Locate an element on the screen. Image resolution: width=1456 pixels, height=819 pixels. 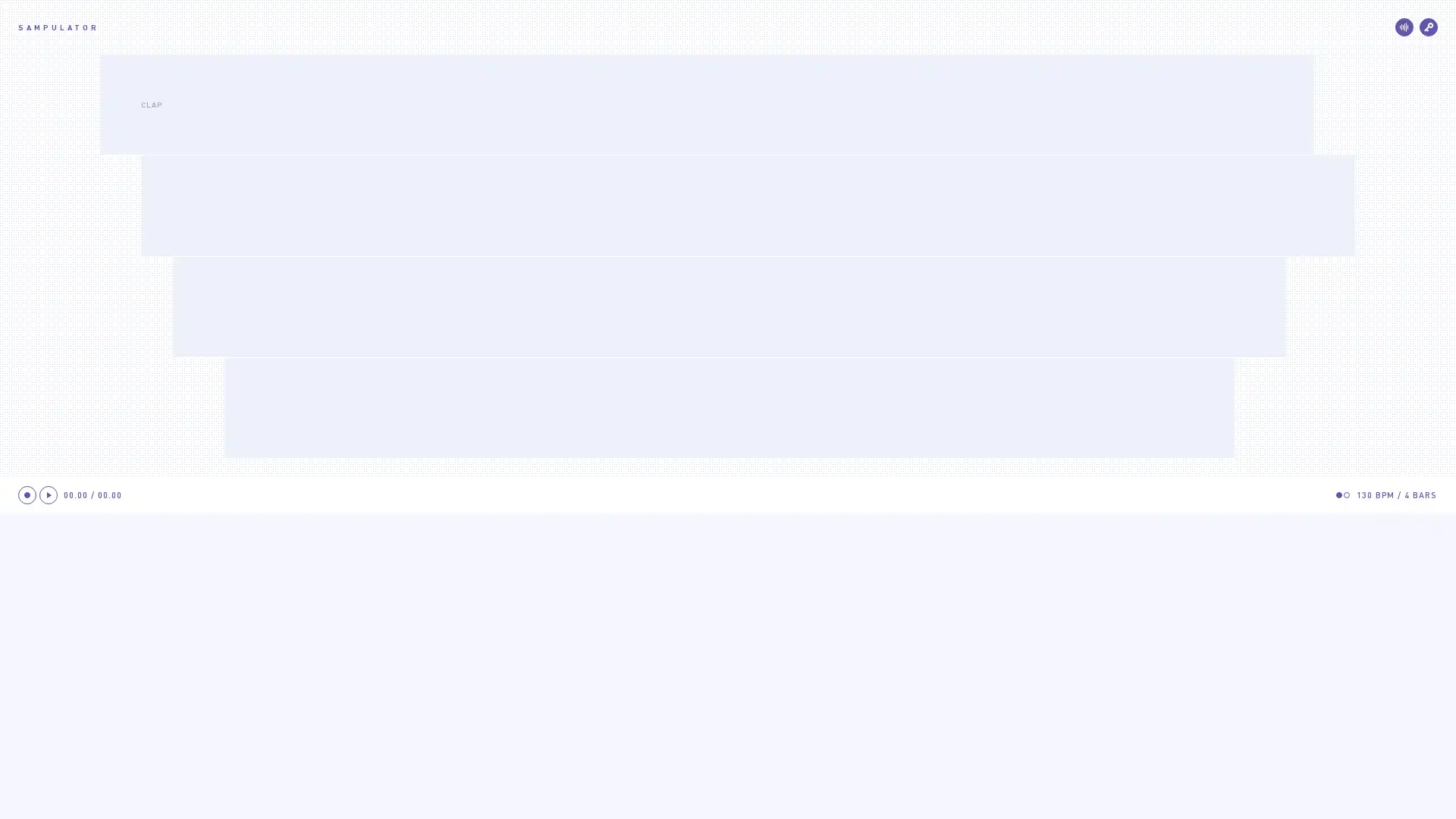
126 BPM/4 BARS is located at coordinates (1396, 494).